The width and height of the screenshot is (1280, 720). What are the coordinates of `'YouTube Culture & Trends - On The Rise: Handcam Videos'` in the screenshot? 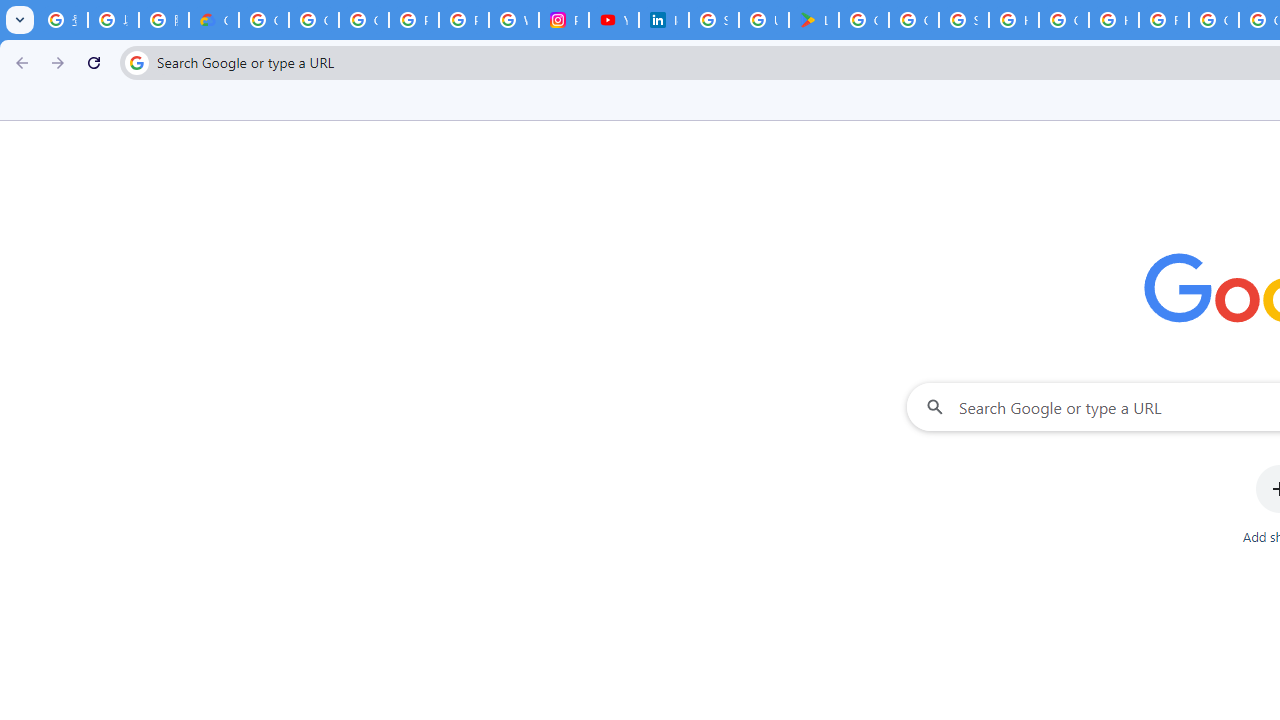 It's located at (612, 20).